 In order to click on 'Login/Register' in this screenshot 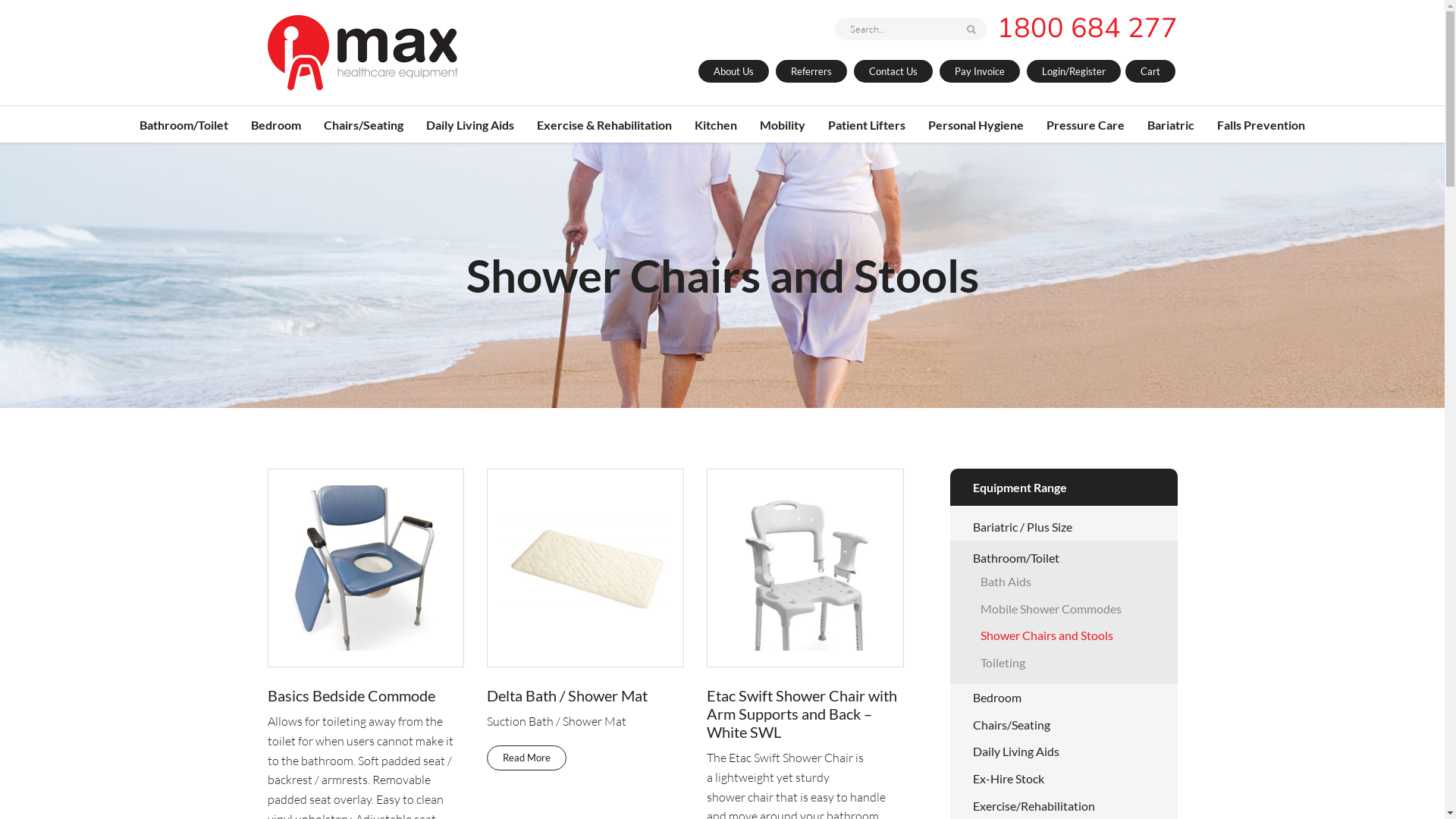, I will do `click(1073, 71)`.